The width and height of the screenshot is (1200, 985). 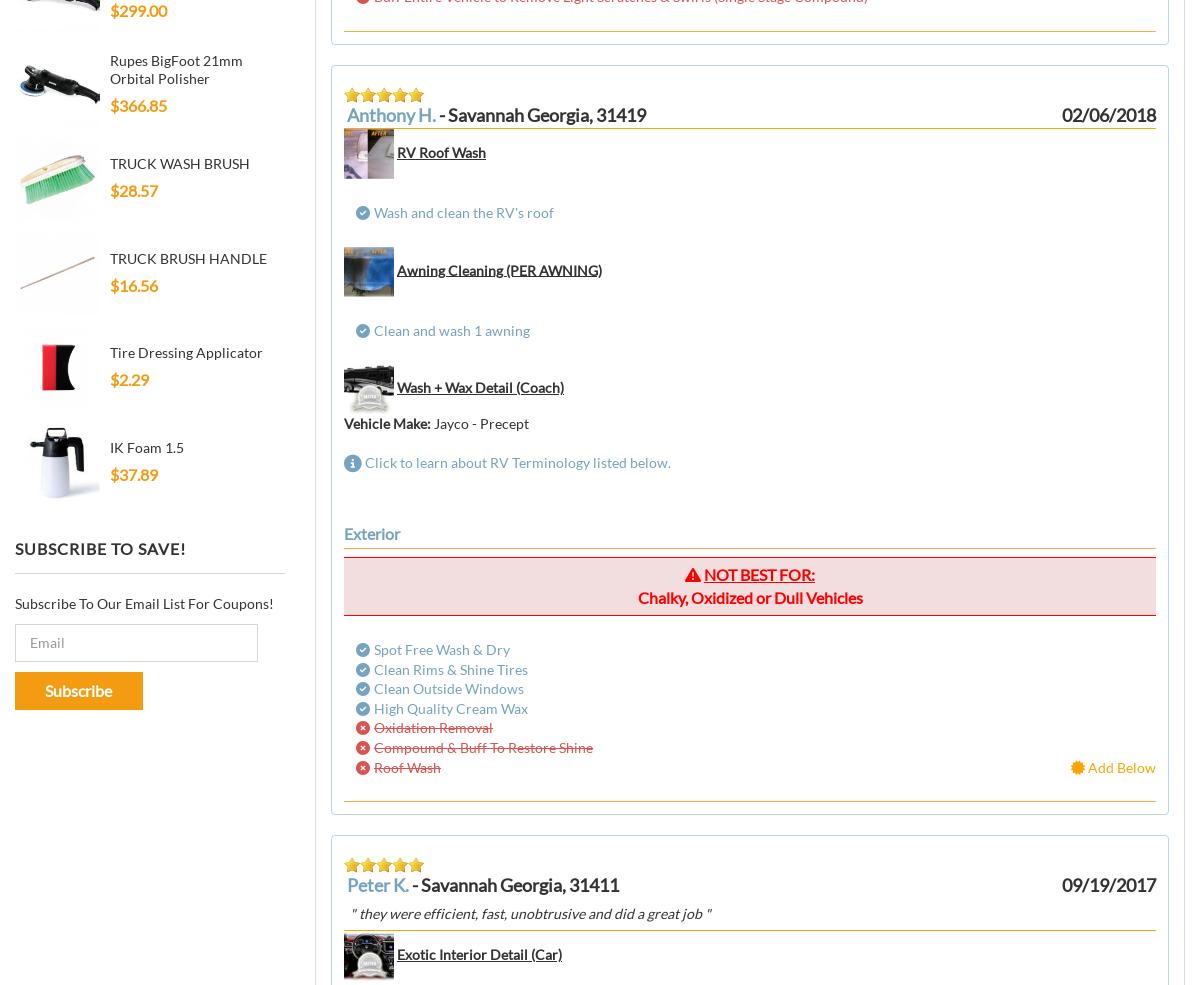 I want to click on 'RV Roof Wash', so click(x=441, y=151).